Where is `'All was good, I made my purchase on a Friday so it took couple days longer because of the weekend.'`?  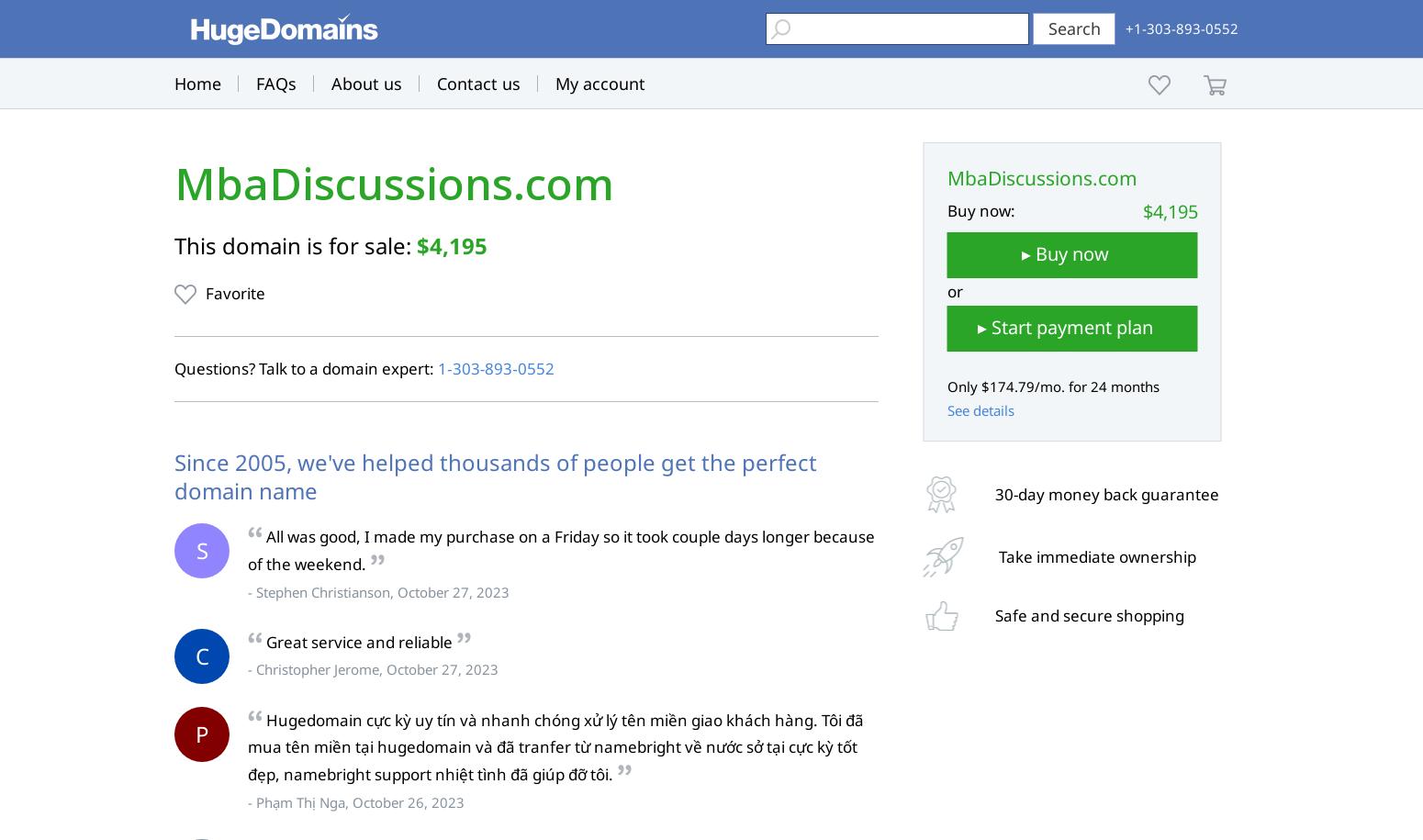
'All was good, I made my purchase on a Friday so it took couple days longer because of the weekend.' is located at coordinates (248, 549).